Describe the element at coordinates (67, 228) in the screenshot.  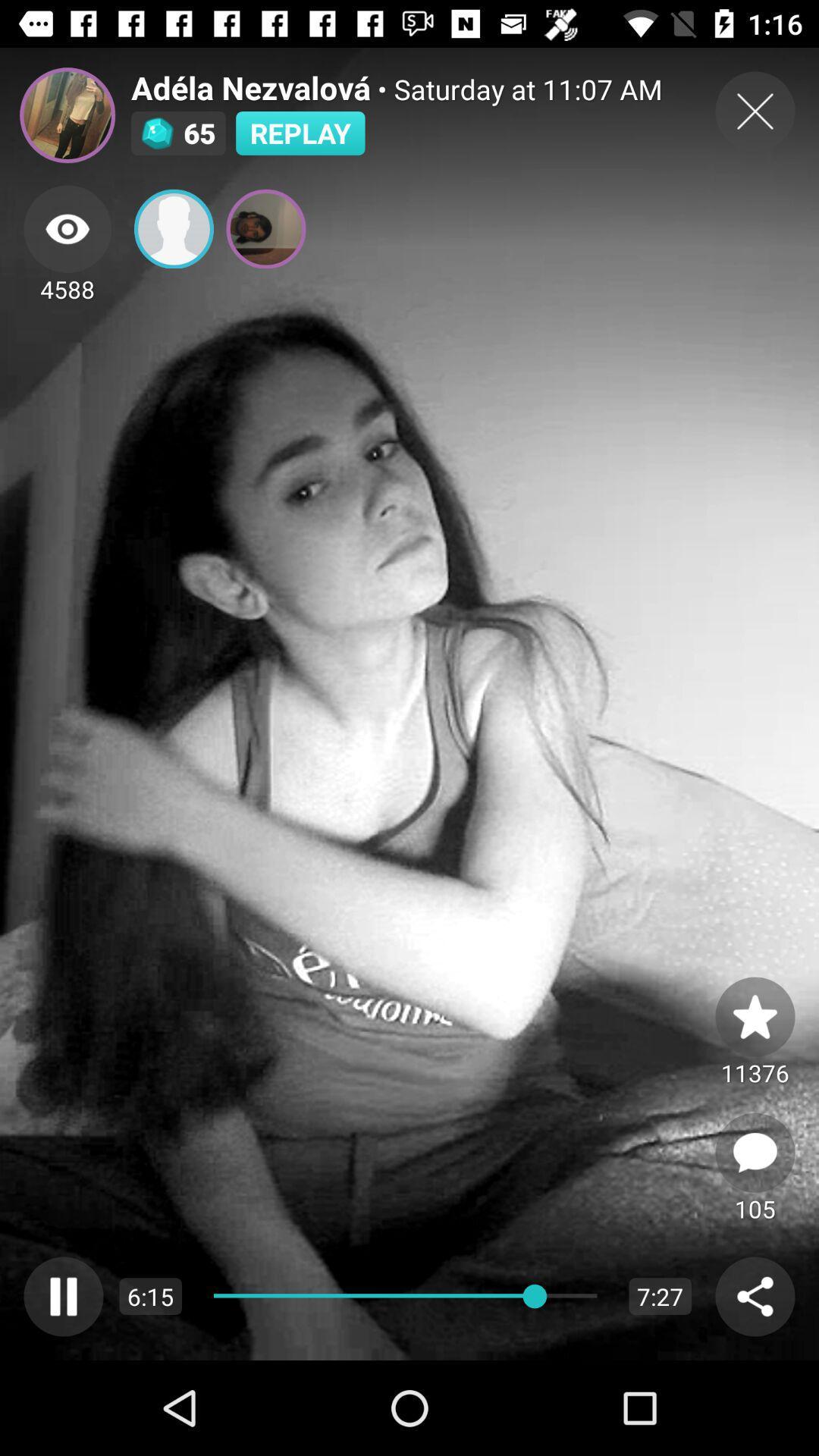
I see `the visibility icon` at that location.